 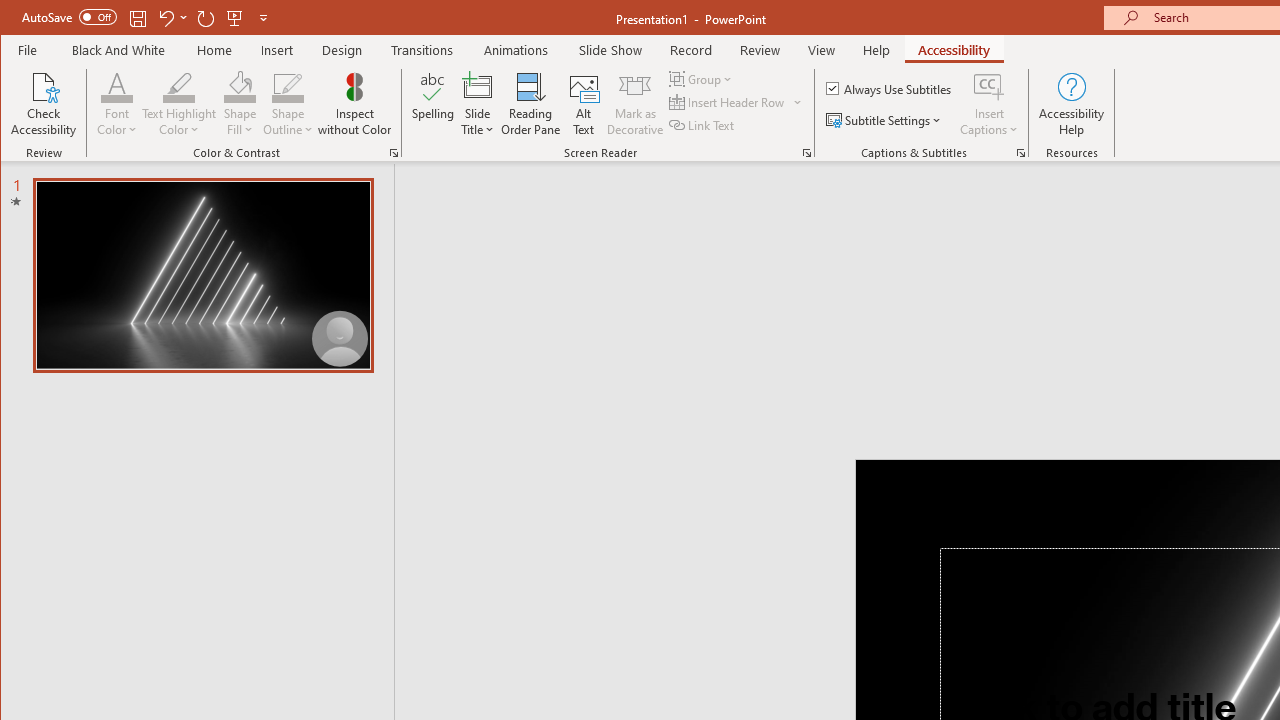 I want to click on 'Accessibility Help', so click(x=1071, y=104).